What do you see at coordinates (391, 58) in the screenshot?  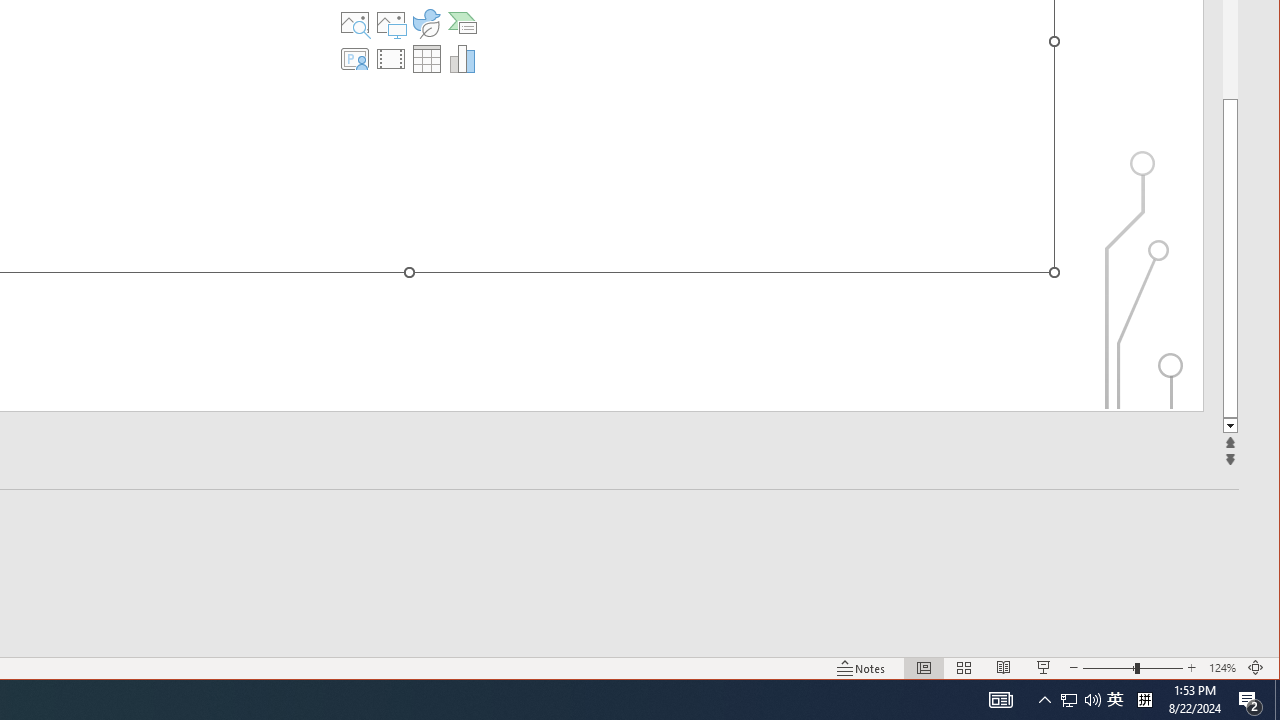 I see `'Insert Video'` at bounding box center [391, 58].